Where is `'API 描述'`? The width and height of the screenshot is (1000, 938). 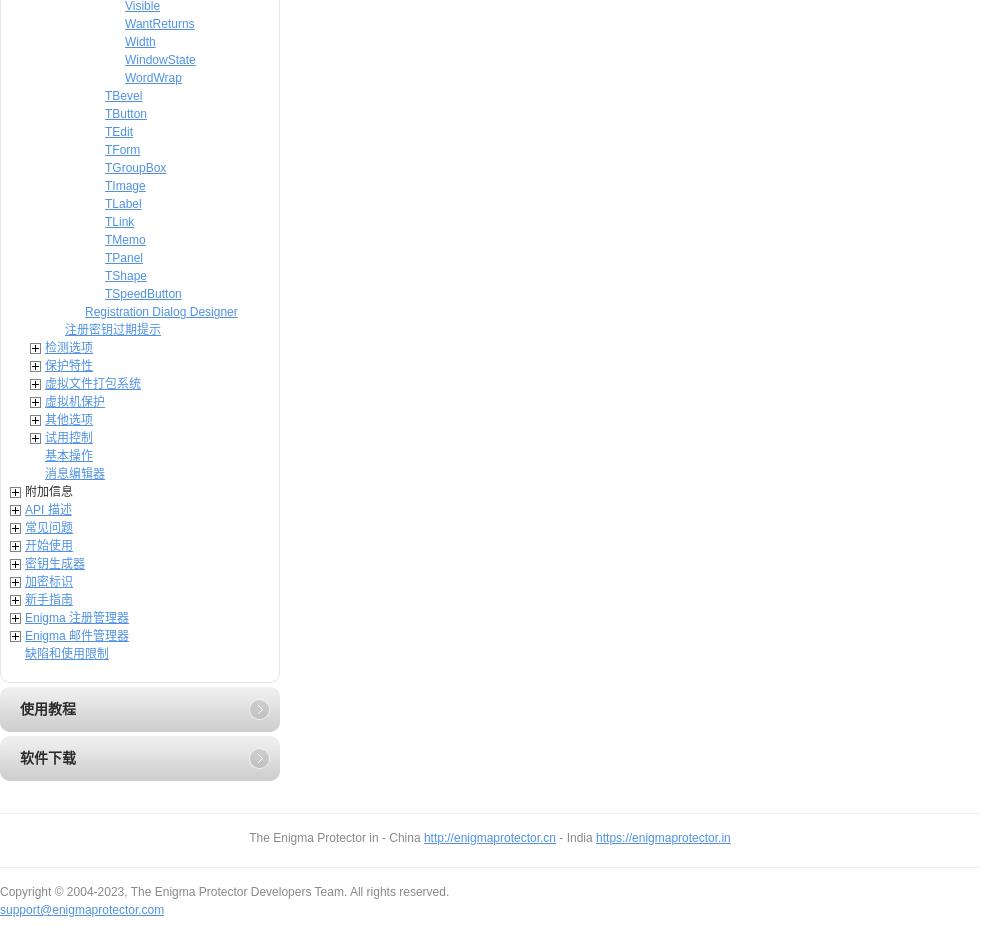
'API 描述' is located at coordinates (48, 508).